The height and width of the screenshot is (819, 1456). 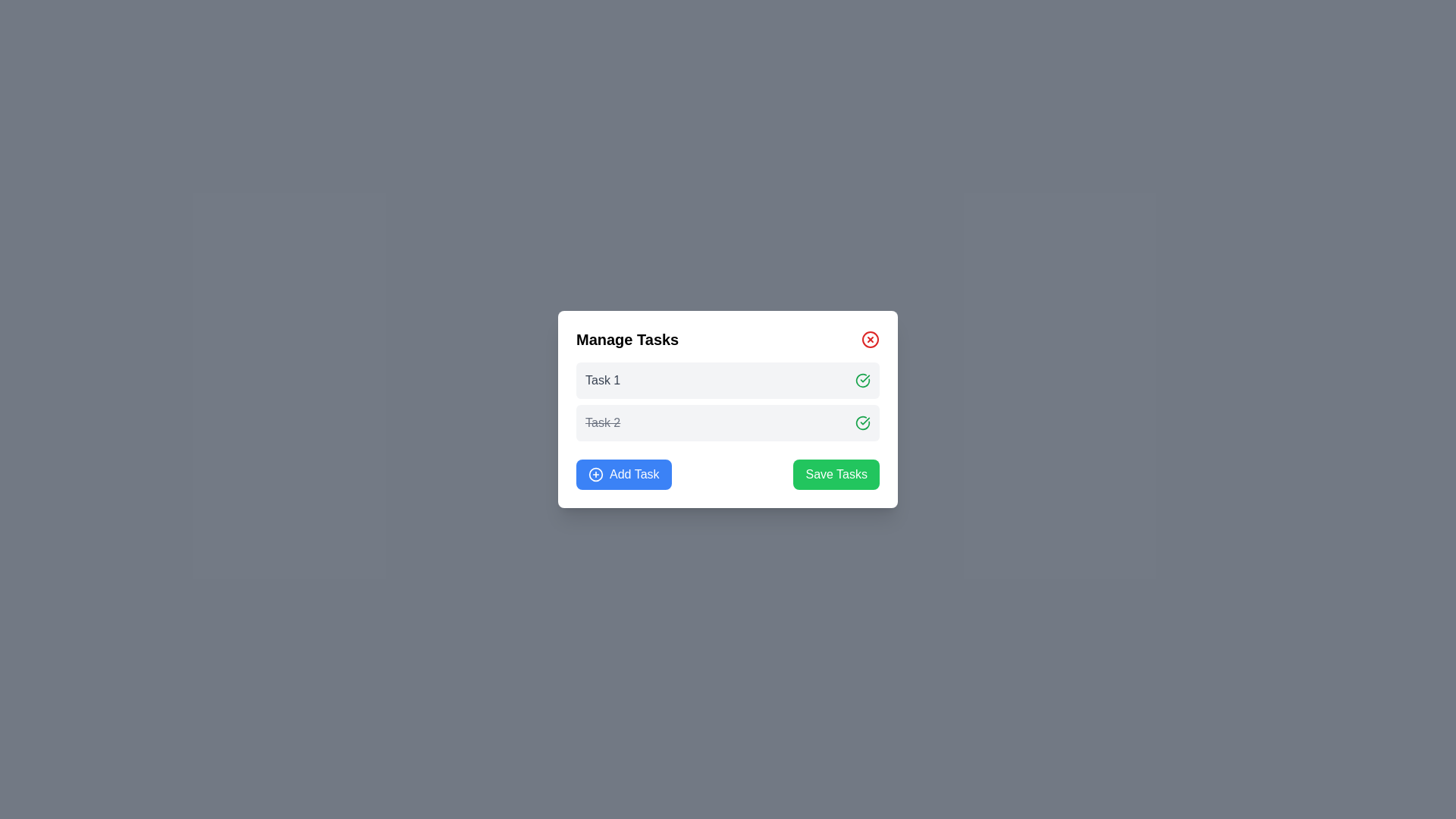 I want to click on the tasks section of the task management modal dialog to mark tasks as done, so click(x=728, y=409).